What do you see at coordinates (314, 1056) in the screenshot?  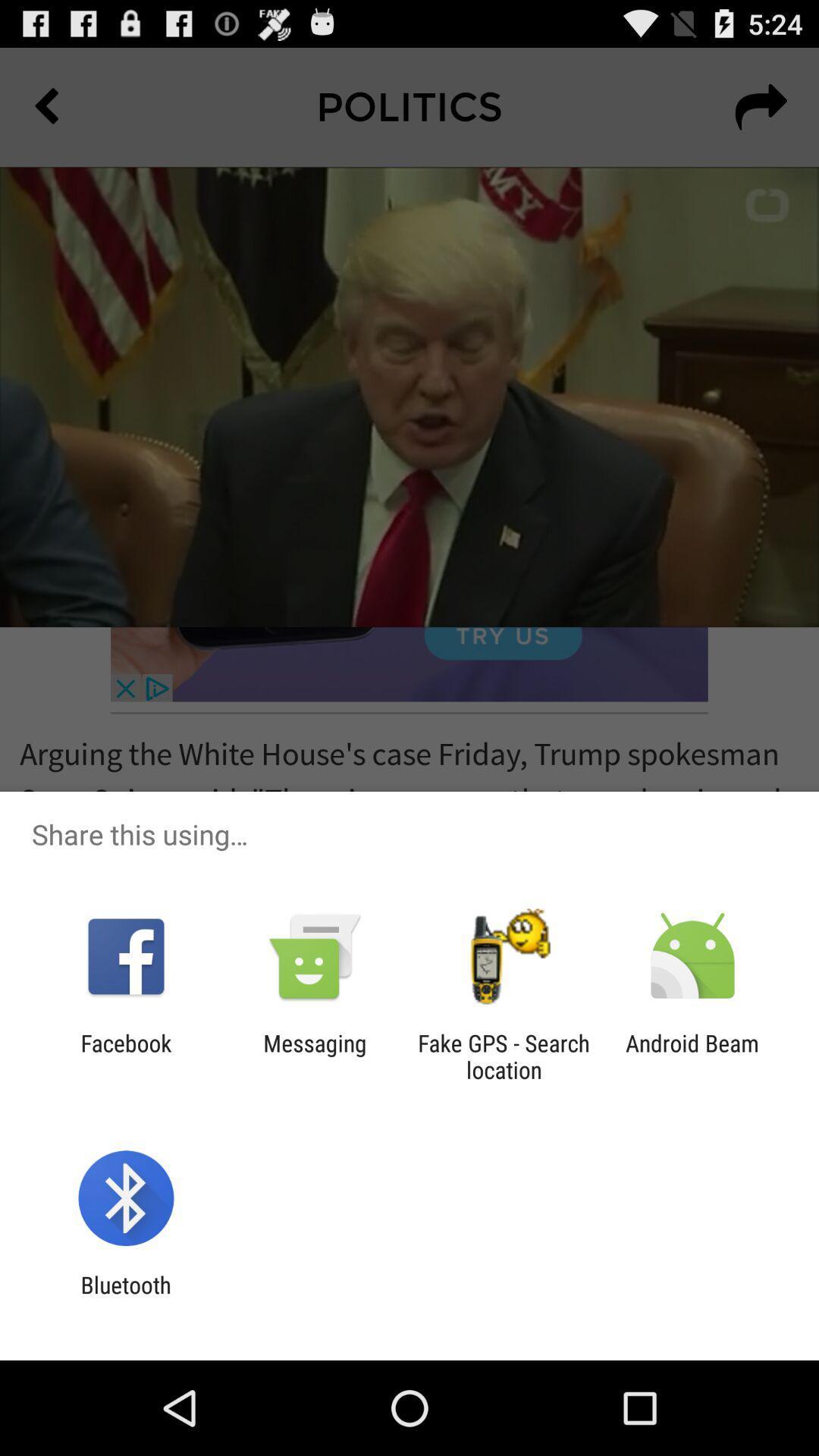 I see `app next to facebook icon` at bounding box center [314, 1056].